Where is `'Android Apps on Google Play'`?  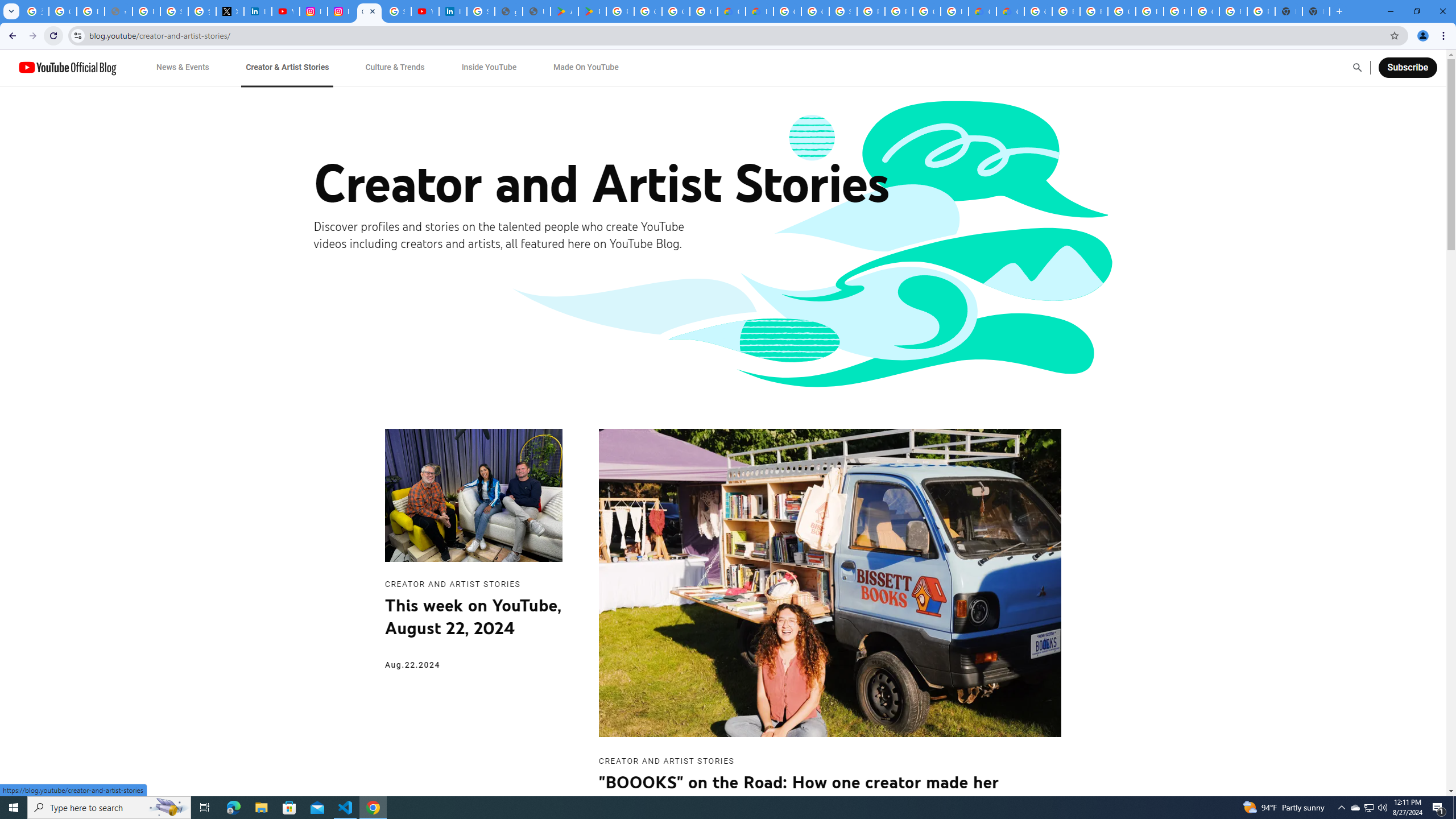 'Android Apps on Google Play' is located at coordinates (564, 11).